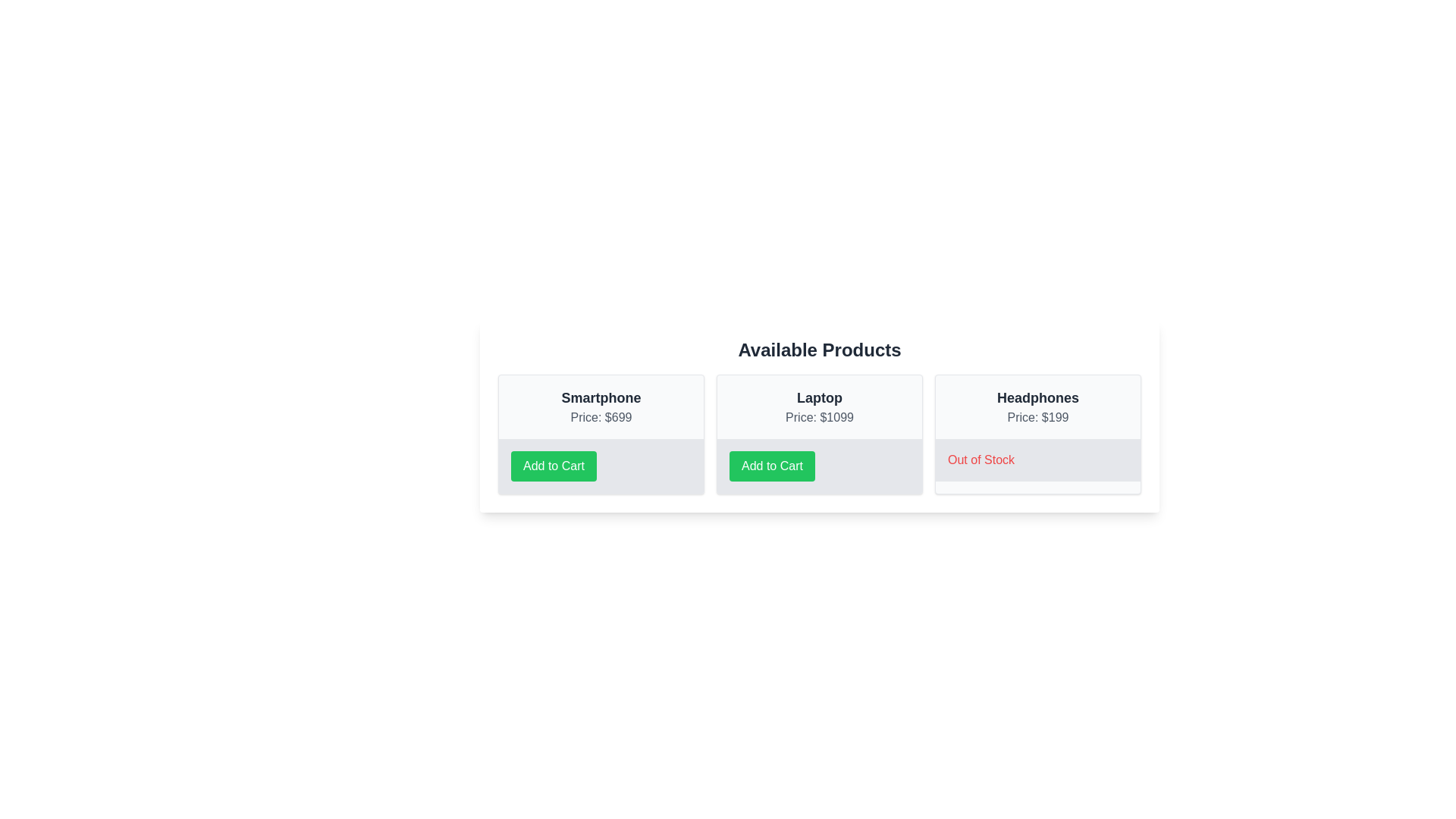 The width and height of the screenshot is (1456, 819). Describe the element at coordinates (600, 397) in the screenshot. I see `the Text label that serves as the title of the product, located at the upper-central portion of the first product card in a row of three, above the price text` at that location.